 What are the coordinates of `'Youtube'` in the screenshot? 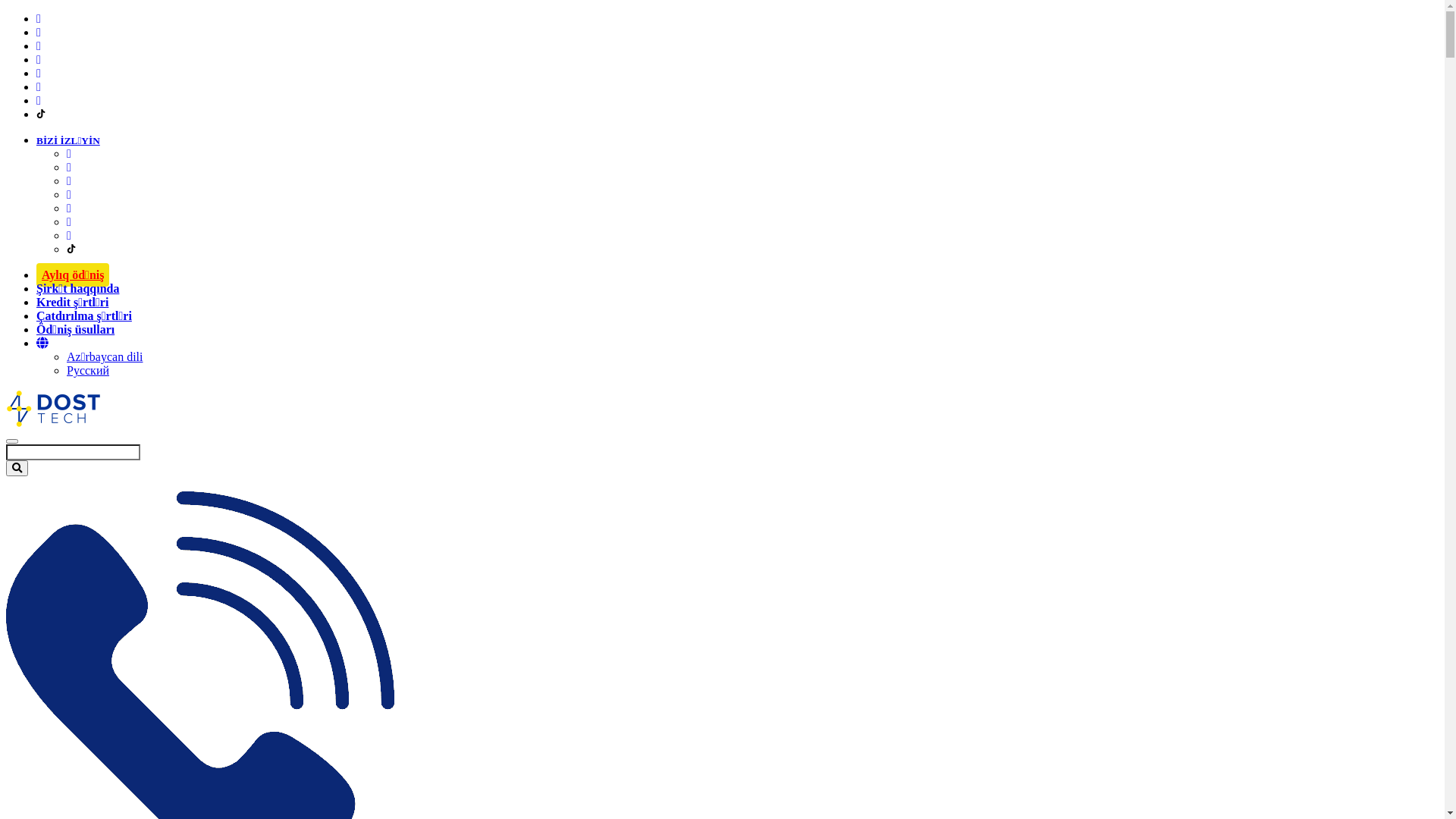 It's located at (39, 58).